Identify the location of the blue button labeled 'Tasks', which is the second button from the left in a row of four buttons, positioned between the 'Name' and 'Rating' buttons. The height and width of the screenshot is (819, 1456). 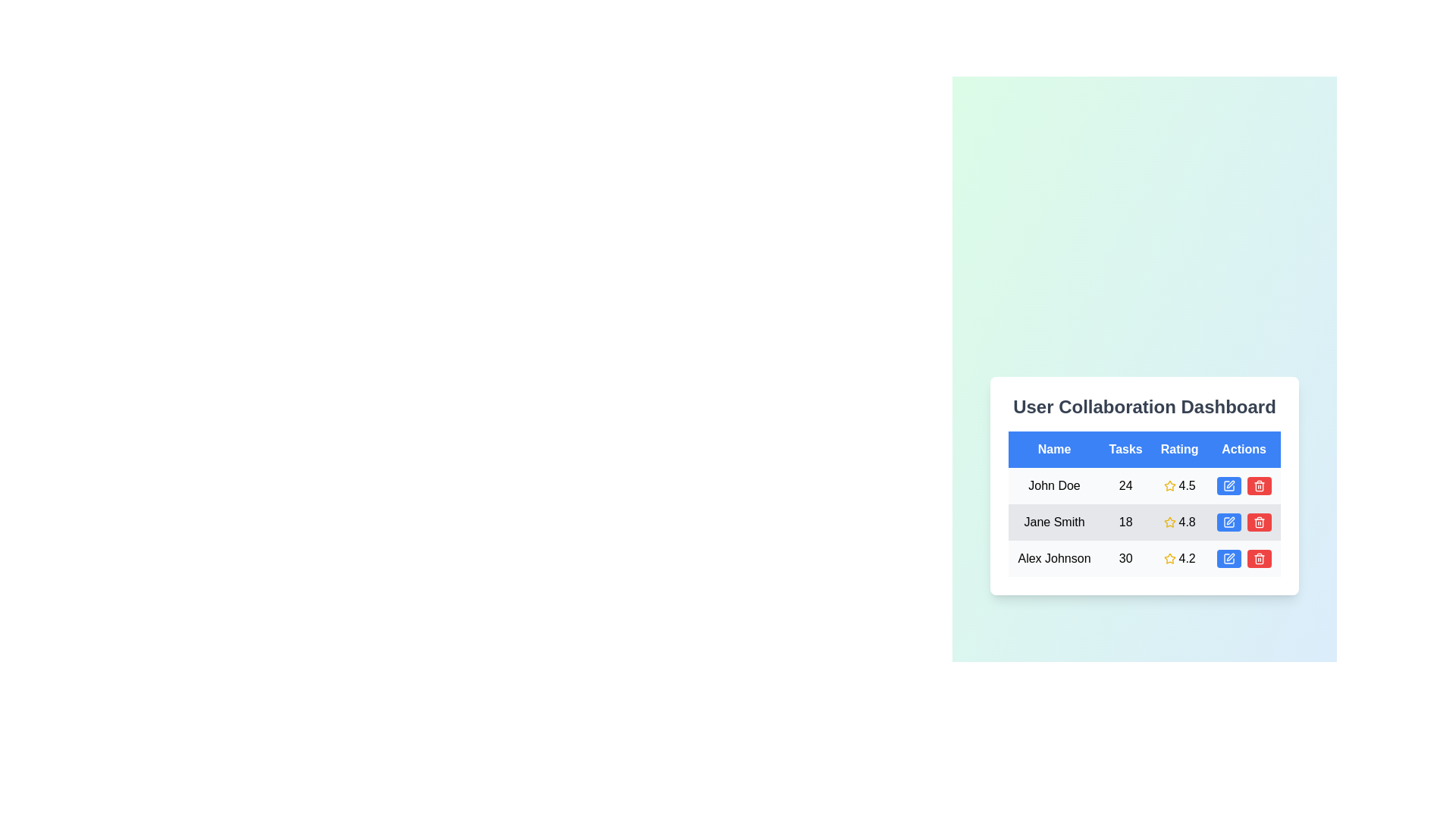
(1125, 449).